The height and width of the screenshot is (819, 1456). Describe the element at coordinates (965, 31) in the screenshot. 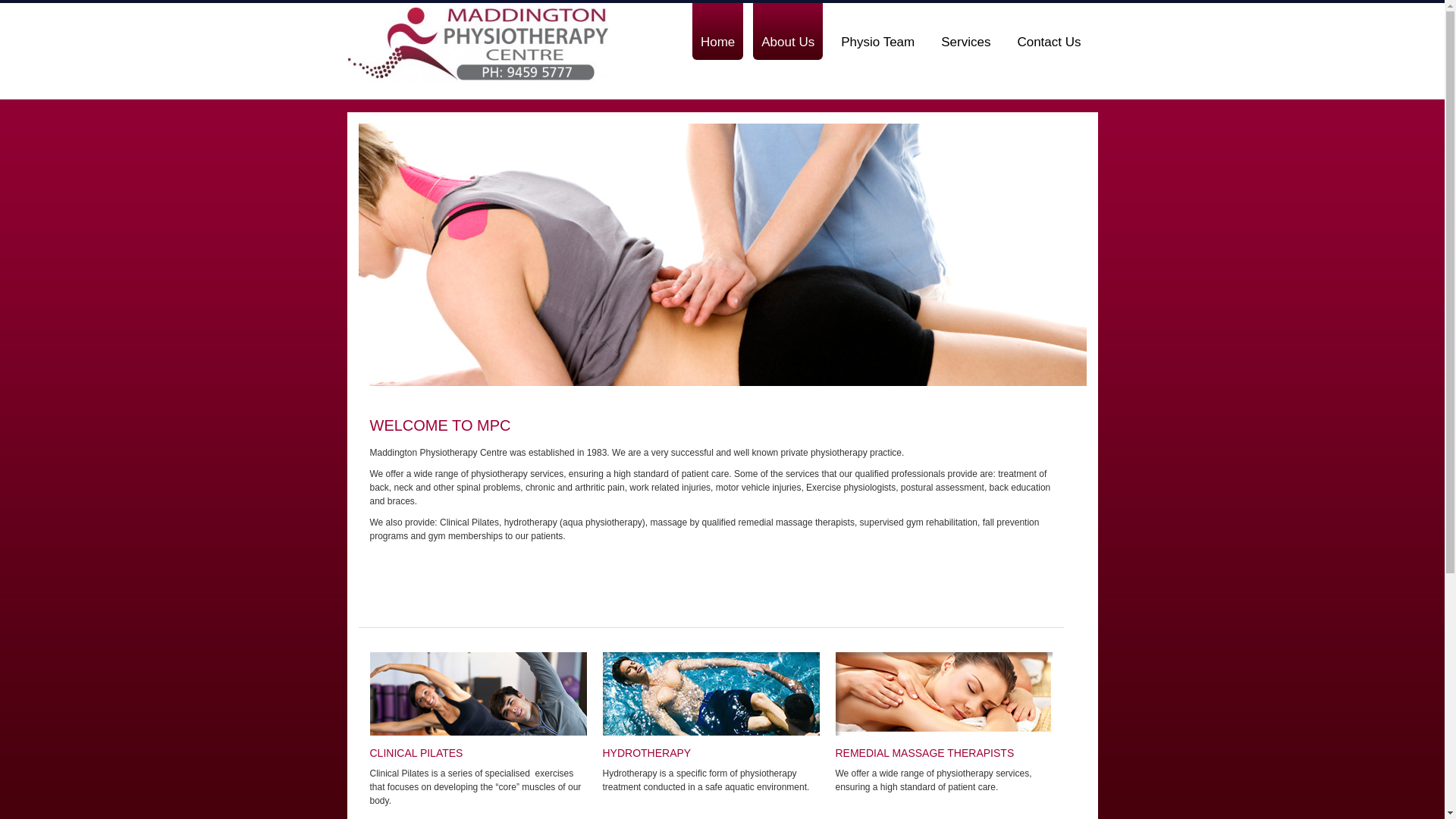

I see `'Services'` at that location.